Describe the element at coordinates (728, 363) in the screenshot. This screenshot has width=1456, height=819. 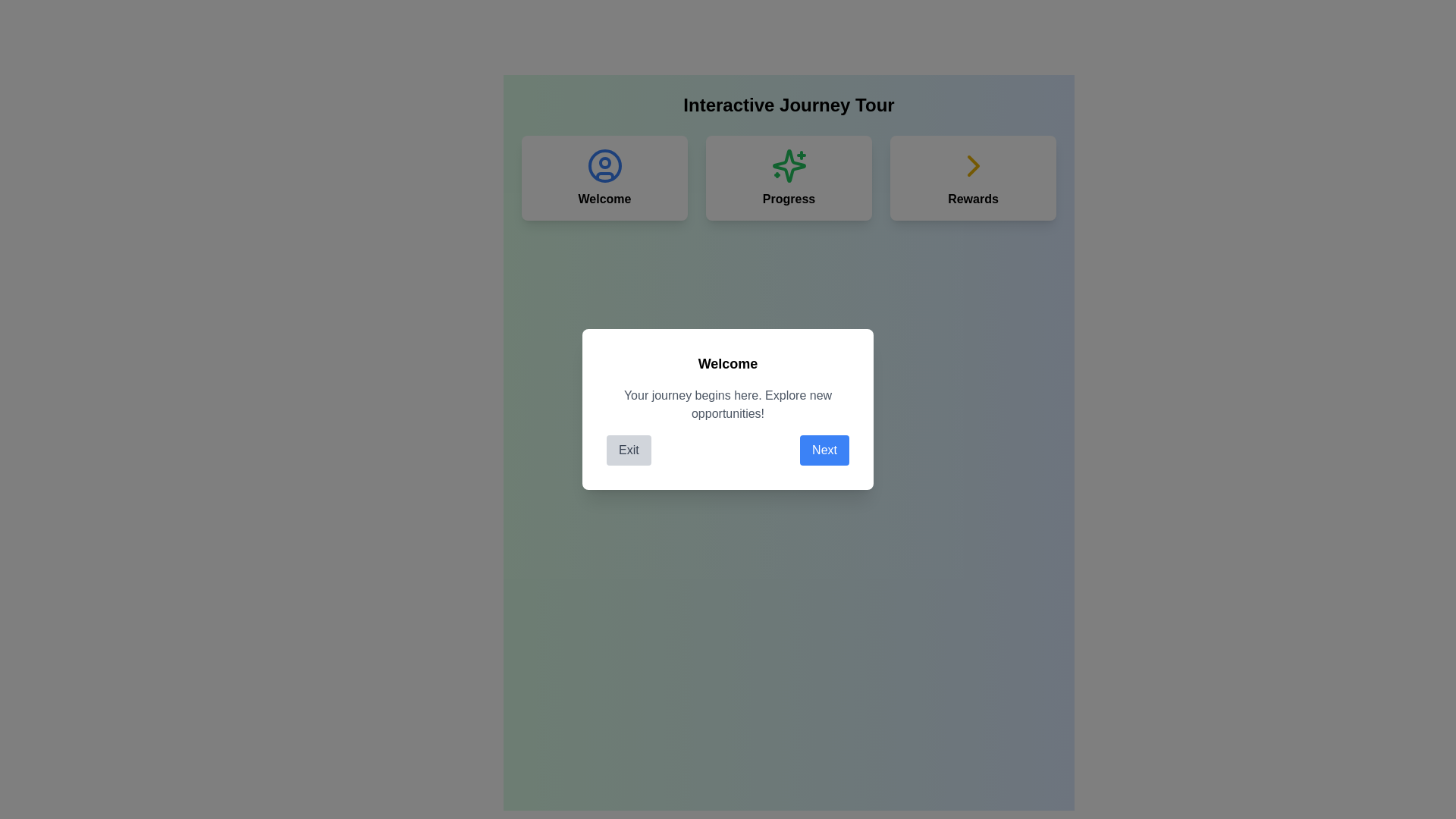
I see `the bold-text heading 'Welcome' at the top of the card, which is styled in black font and positioned centrally in a dialog box` at that location.